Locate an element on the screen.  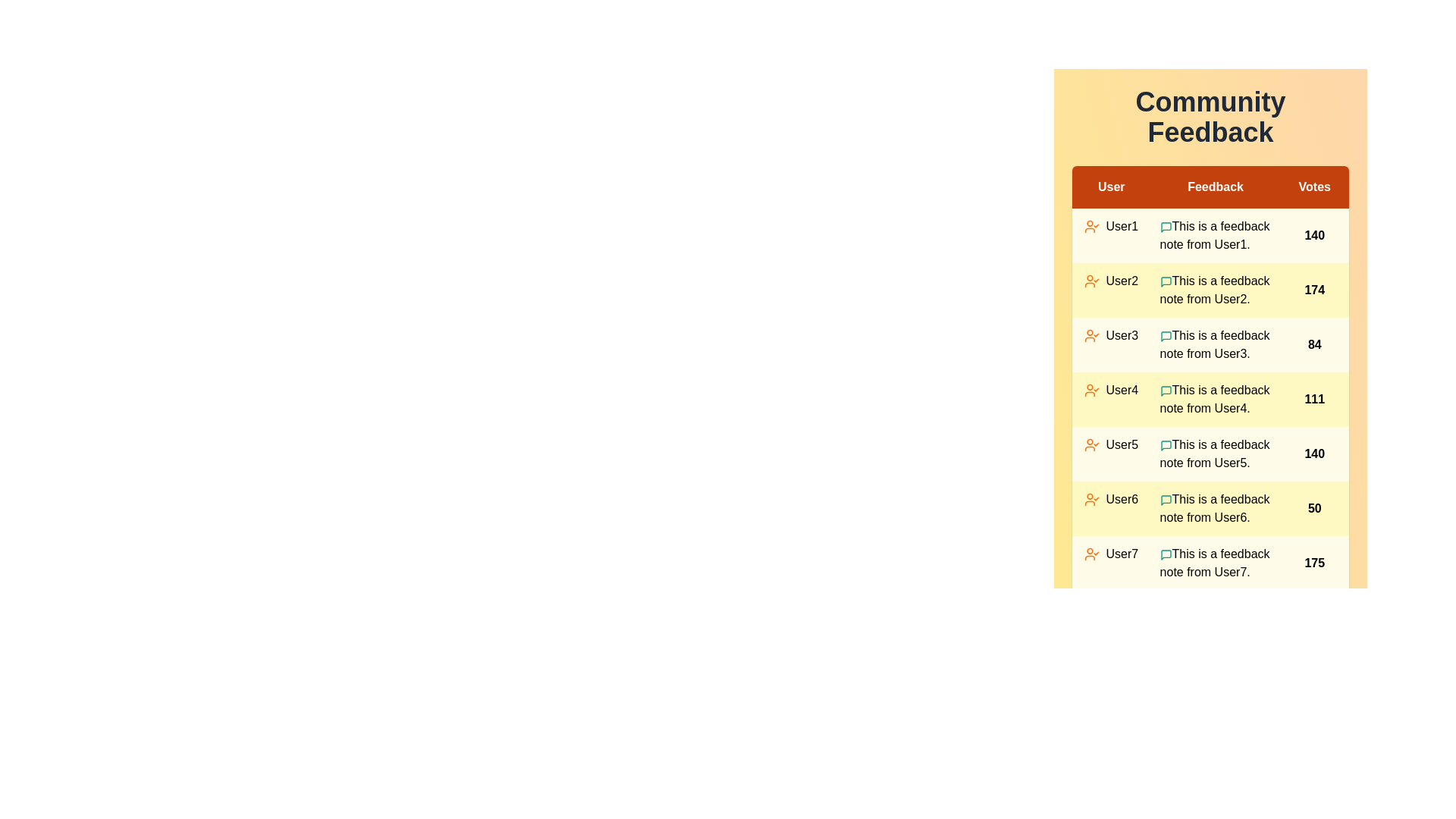
the user icon corresponding to User5 to view their details is located at coordinates (1092, 444).